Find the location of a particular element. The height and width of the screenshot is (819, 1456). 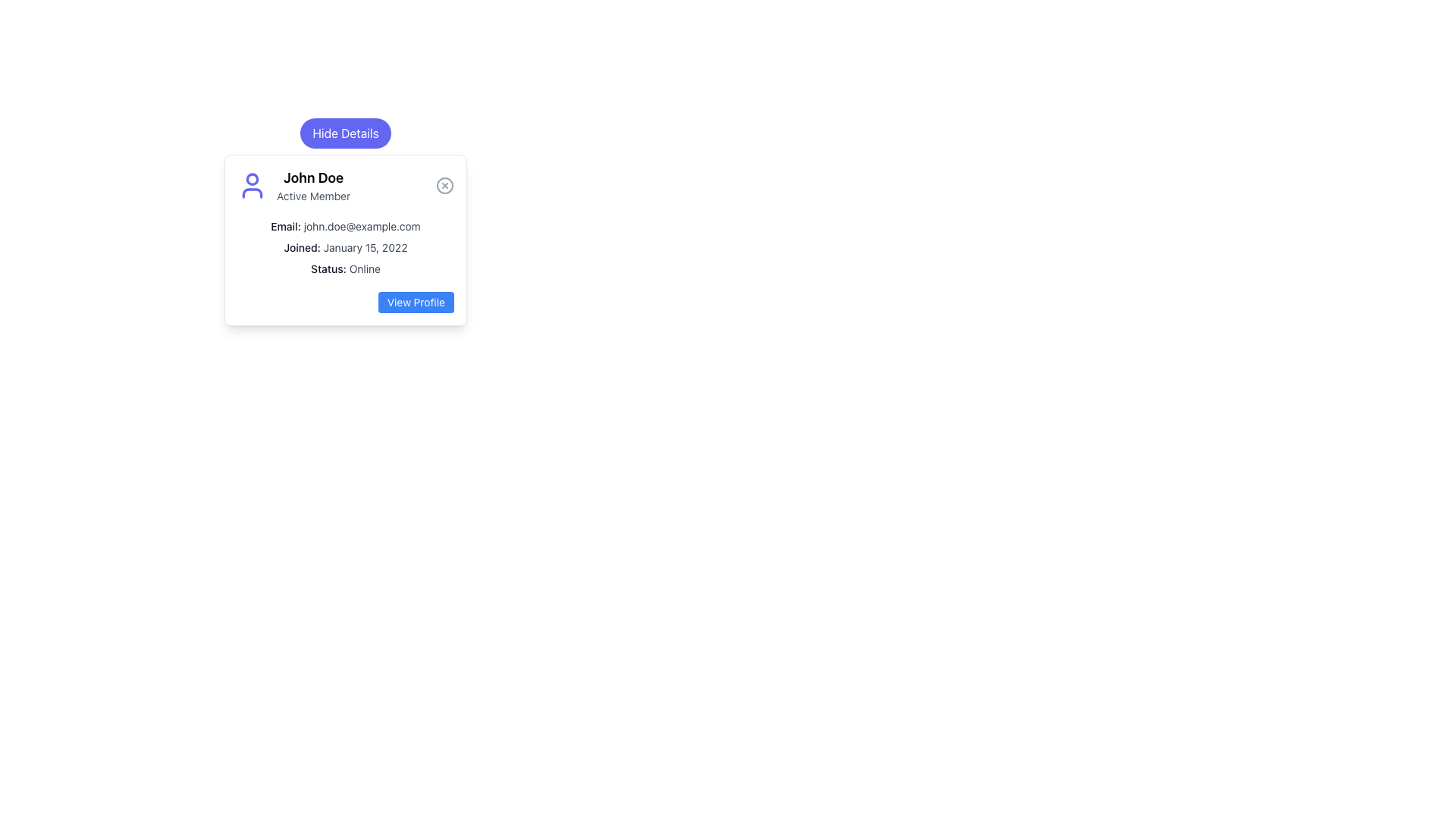

the button with rounded edges, styled in an indigo background labeled 'Hide Details' is located at coordinates (345, 133).